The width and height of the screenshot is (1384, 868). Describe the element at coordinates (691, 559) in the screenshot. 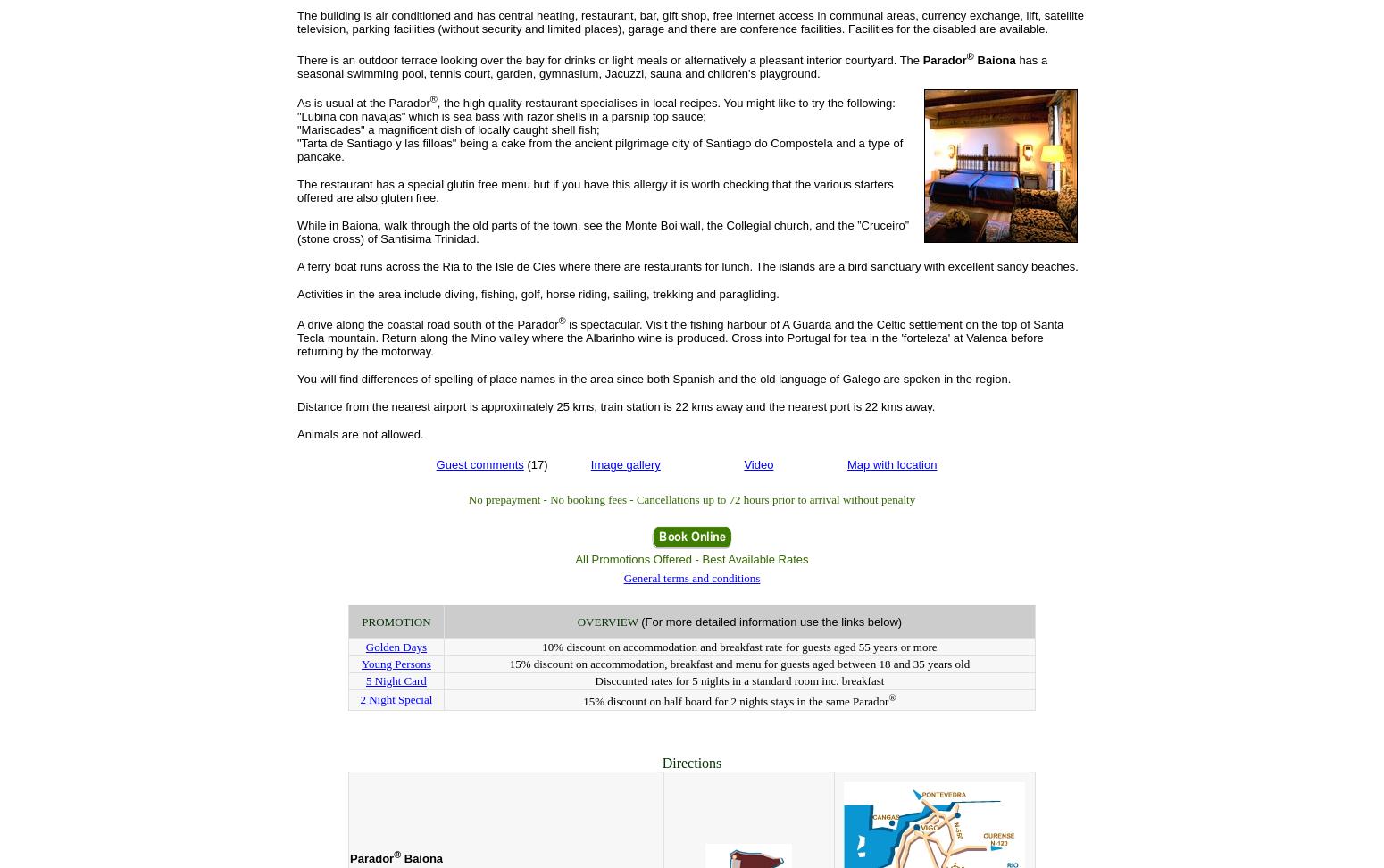

I see `'All Promotions Offered - Best Available Rates'` at that location.